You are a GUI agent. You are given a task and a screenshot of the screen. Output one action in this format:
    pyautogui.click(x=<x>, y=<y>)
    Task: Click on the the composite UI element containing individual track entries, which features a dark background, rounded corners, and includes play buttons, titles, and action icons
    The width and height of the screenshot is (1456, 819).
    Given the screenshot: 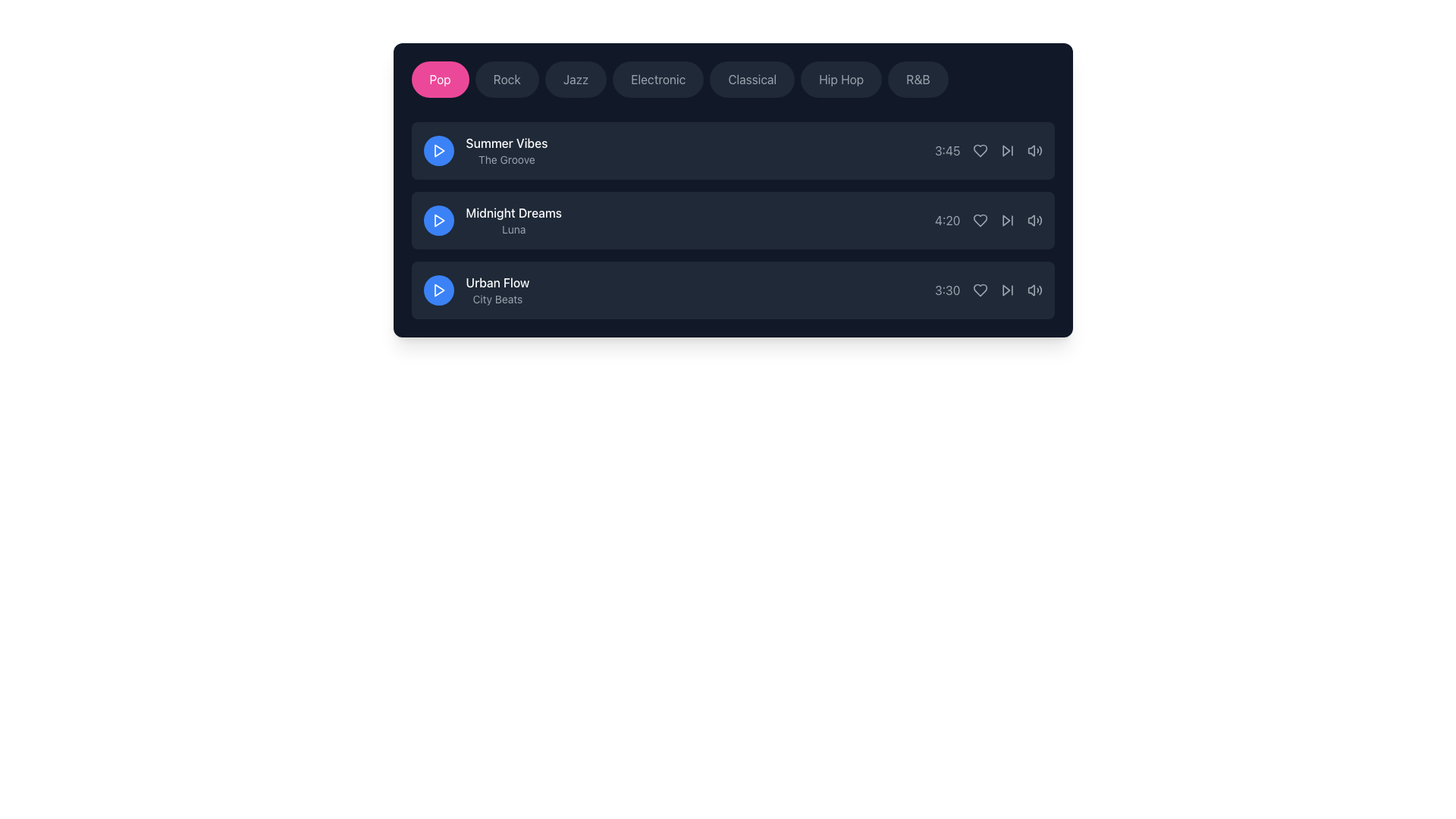 What is the action you would take?
    pyautogui.click(x=733, y=189)
    